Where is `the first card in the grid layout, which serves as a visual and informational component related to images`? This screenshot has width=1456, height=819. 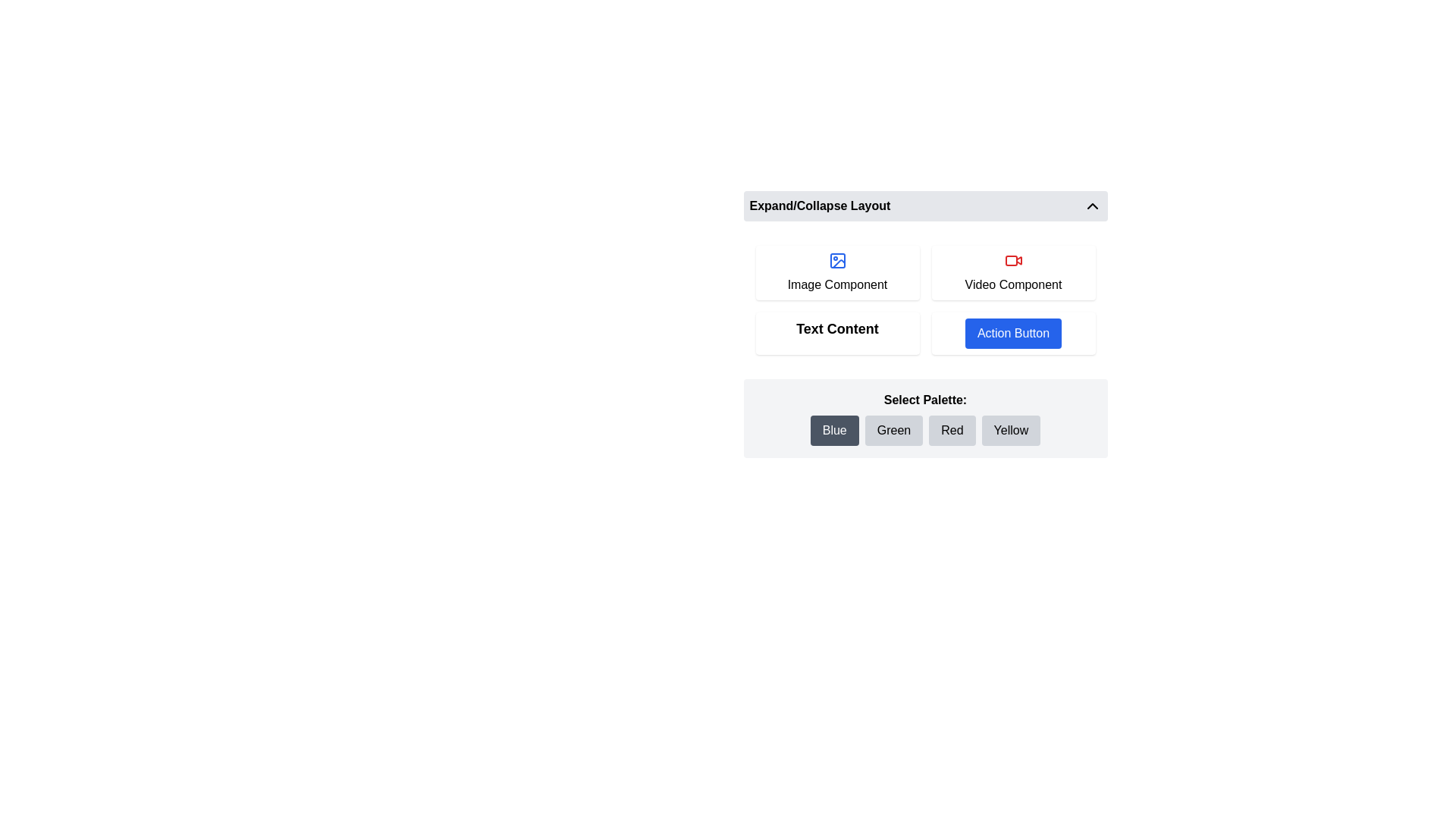
the first card in the grid layout, which serves as a visual and informational component related to images is located at coordinates (836, 271).